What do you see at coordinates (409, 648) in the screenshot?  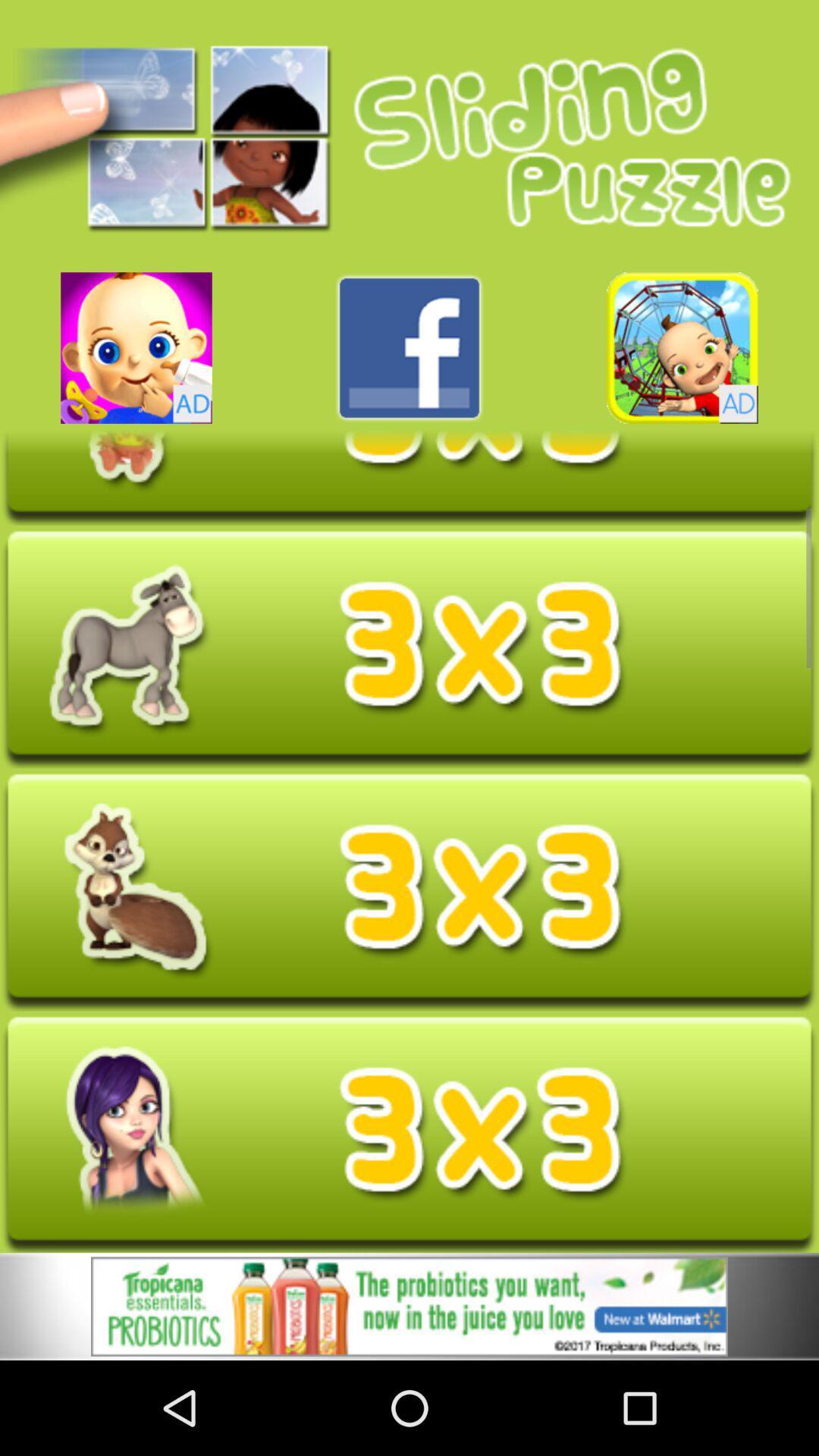 I see `open the puzzle` at bounding box center [409, 648].